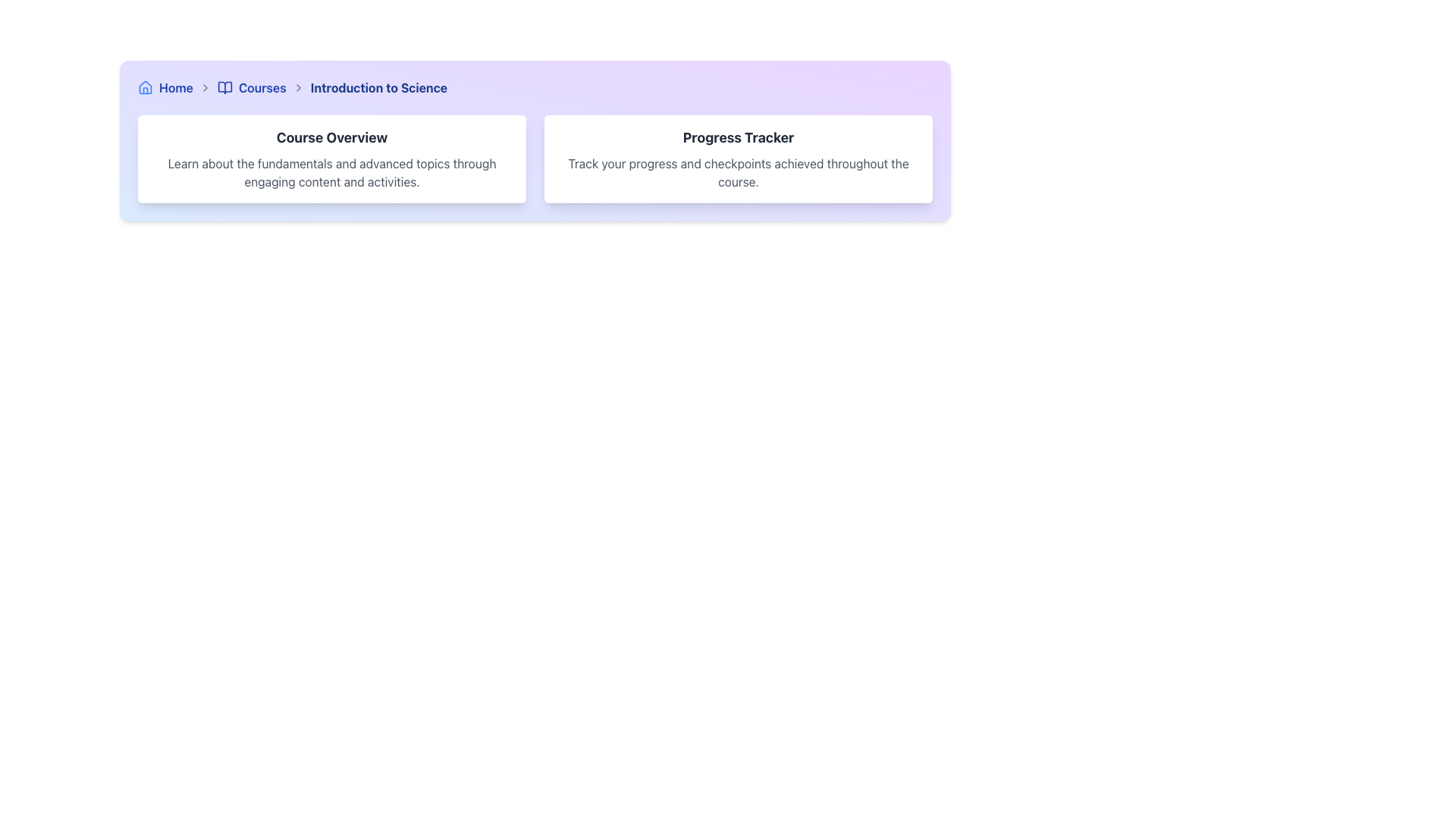  What do you see at coordinates (252, 87) in the screenshot?
I see `the second breadcrumb link in the navigation bar` at bounding box center [252, 87].